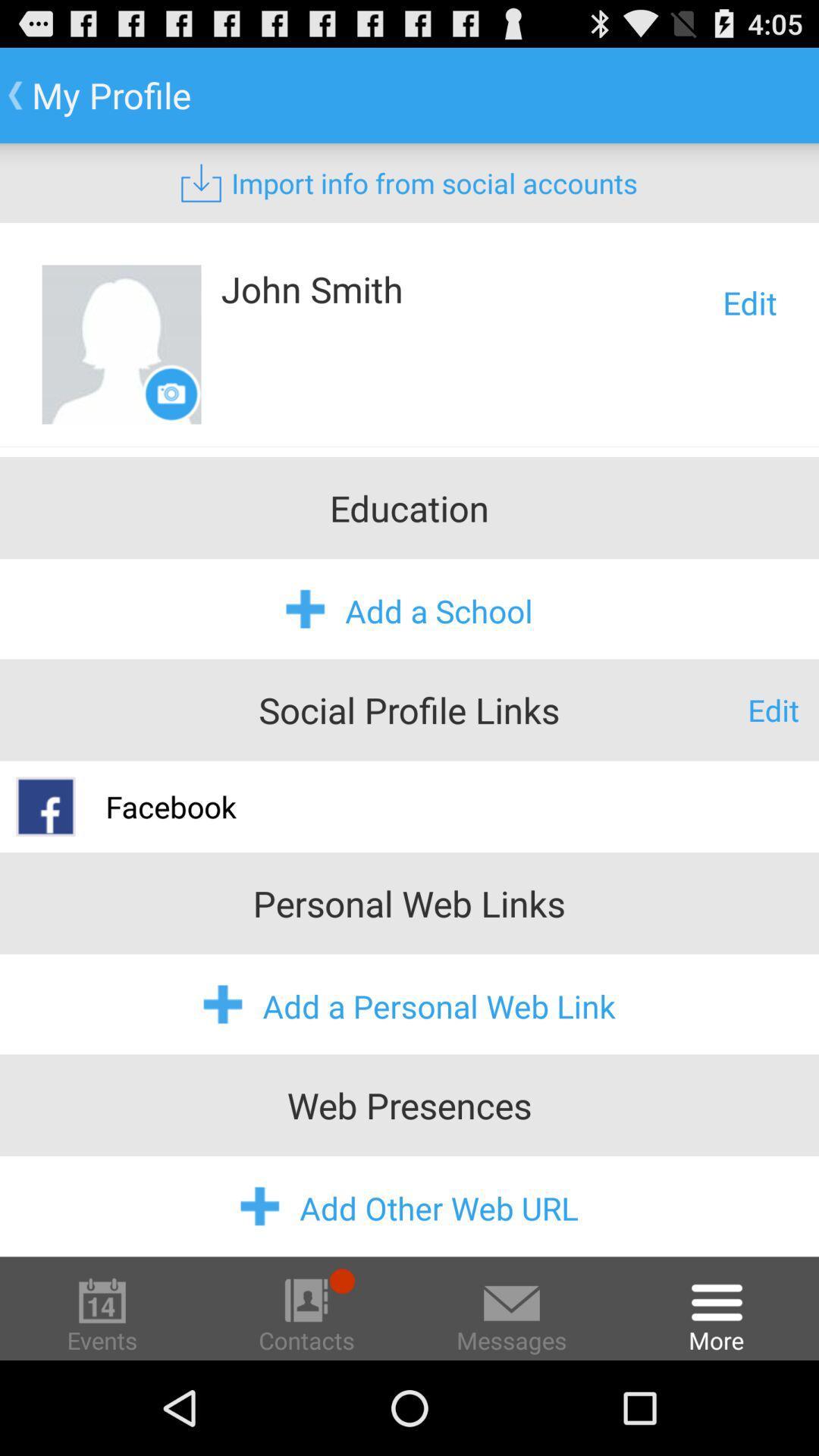 This screenshot has width=819, height=1456. I want to click on contacts, so click(307, 1313).